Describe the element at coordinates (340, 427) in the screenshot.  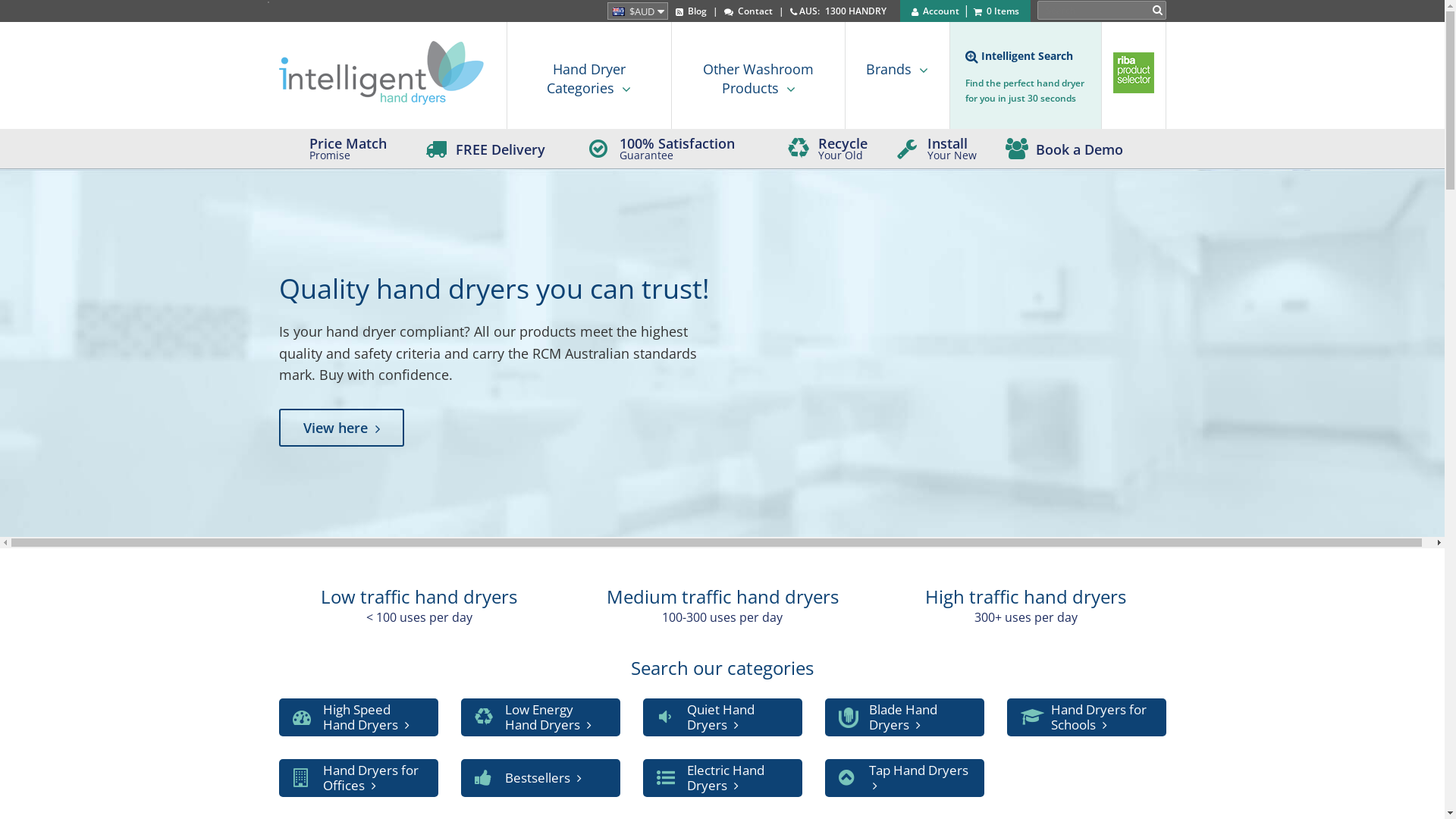
I see `'View here'` at that location.